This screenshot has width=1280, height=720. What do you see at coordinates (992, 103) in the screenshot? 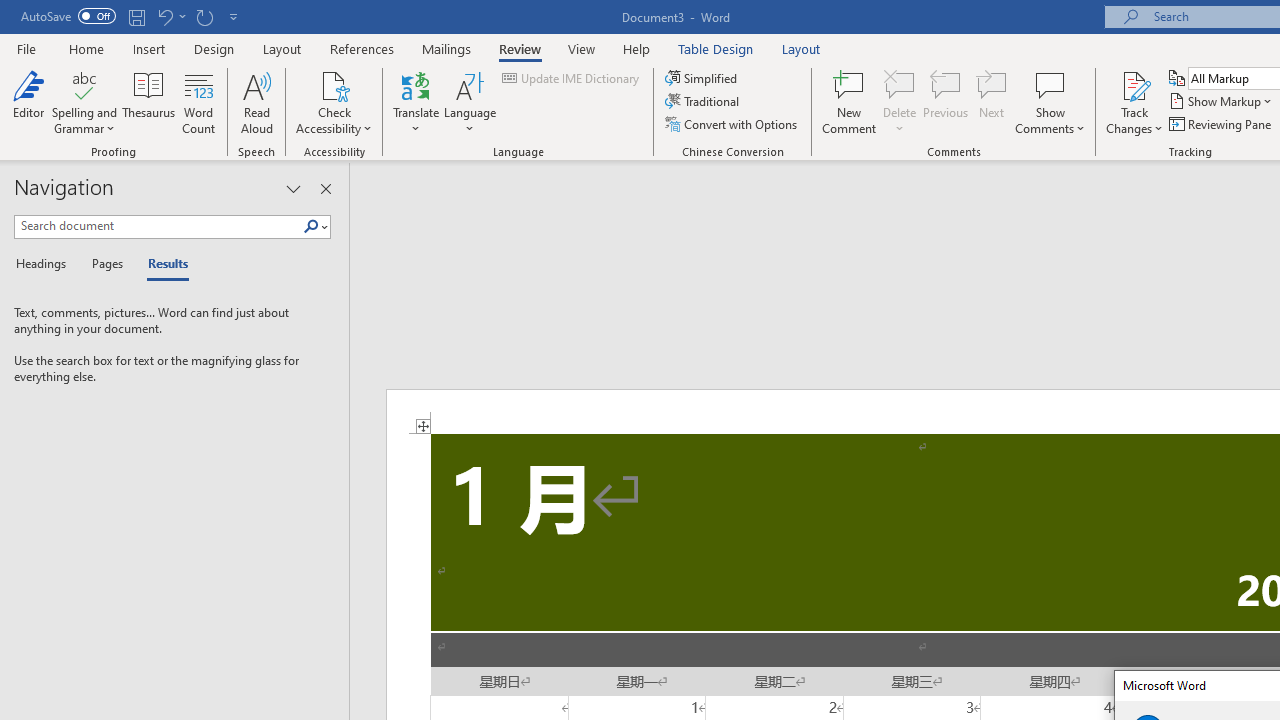
I see `'Next'` at bounding box center [992, 103].